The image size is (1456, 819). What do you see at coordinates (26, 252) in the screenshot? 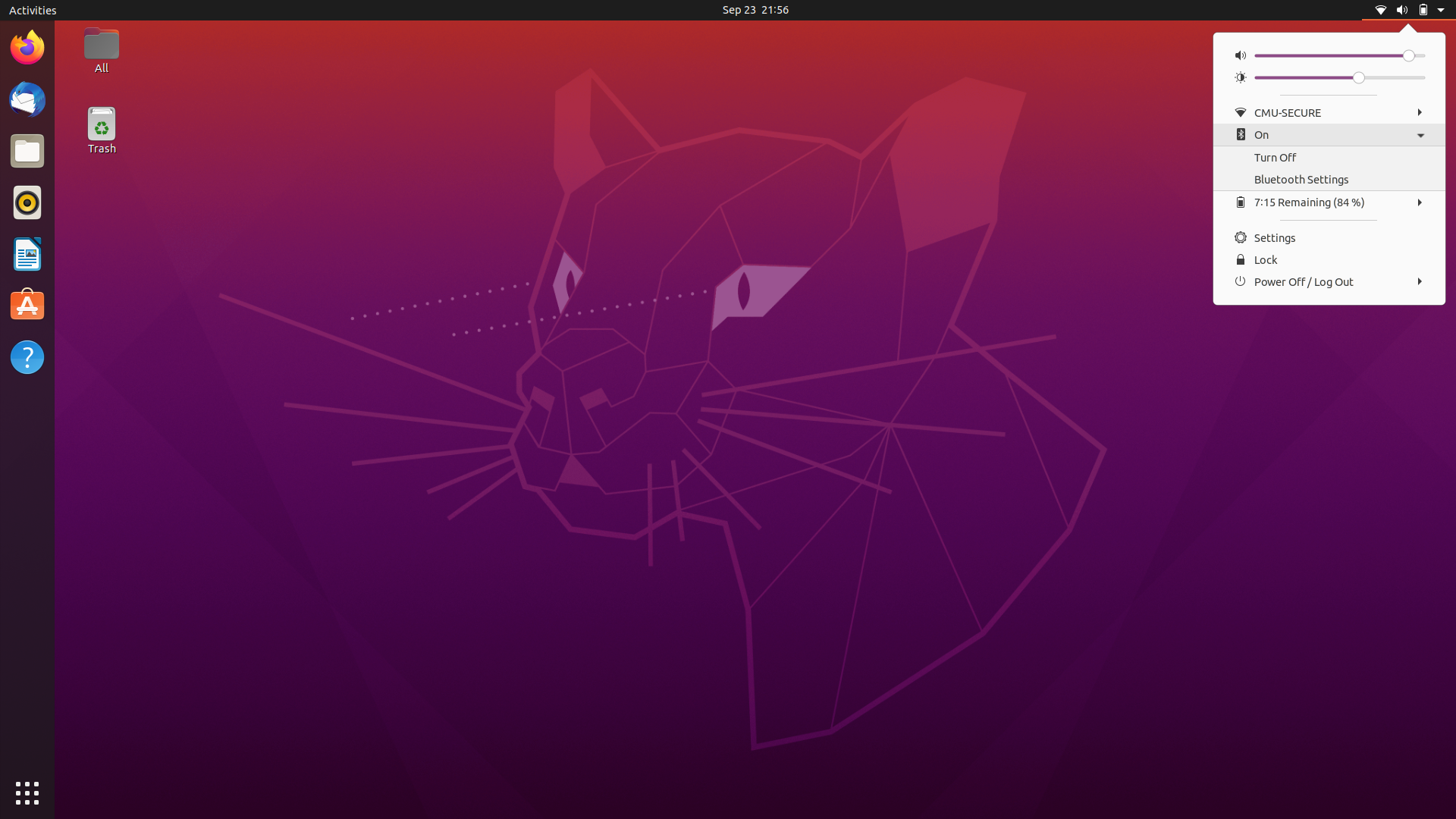
I see `App Store` at bounding box center [26, 252].